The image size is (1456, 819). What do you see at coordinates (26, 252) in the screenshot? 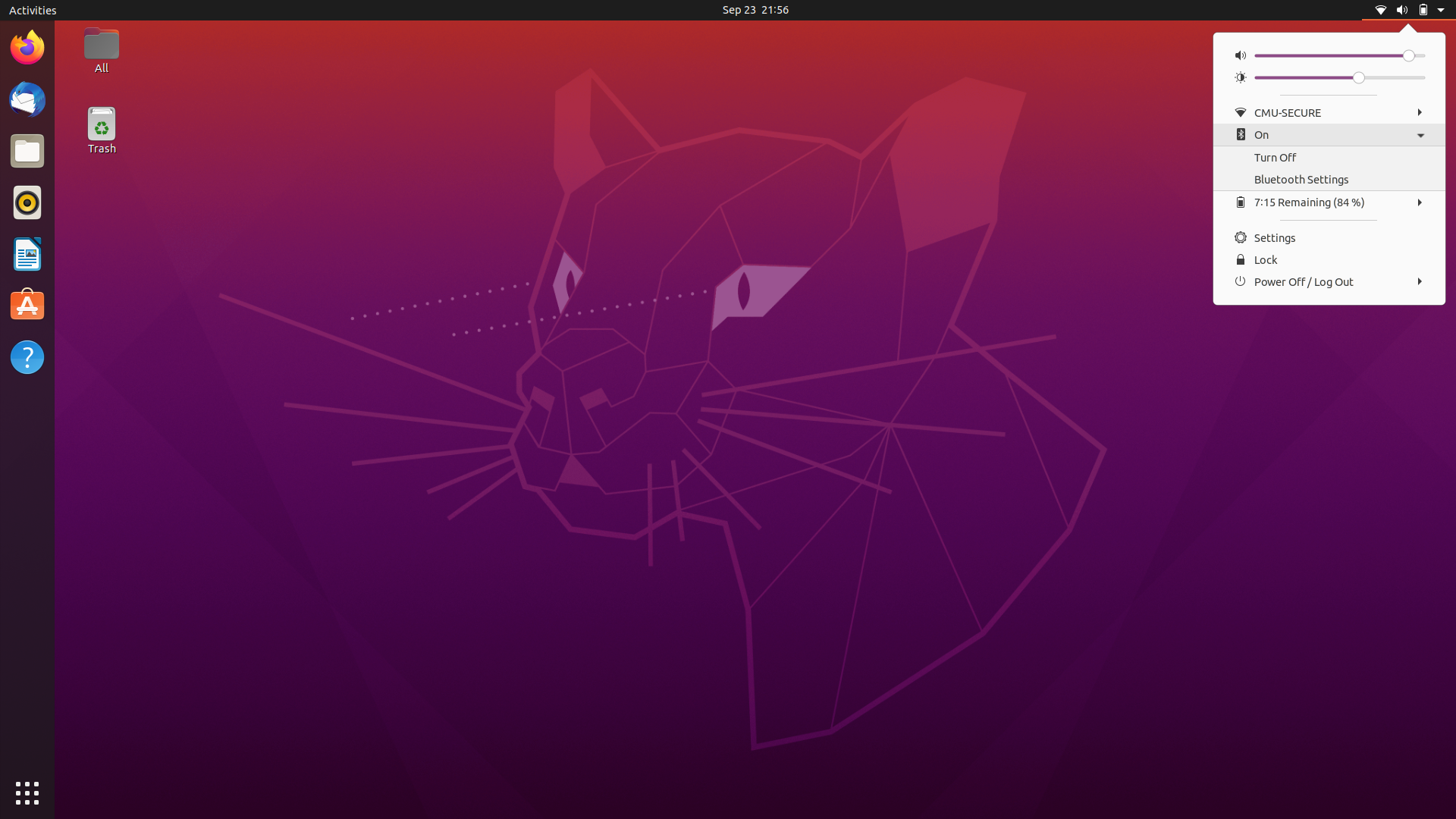
I see `App Store` at bounding box center [26, 252].